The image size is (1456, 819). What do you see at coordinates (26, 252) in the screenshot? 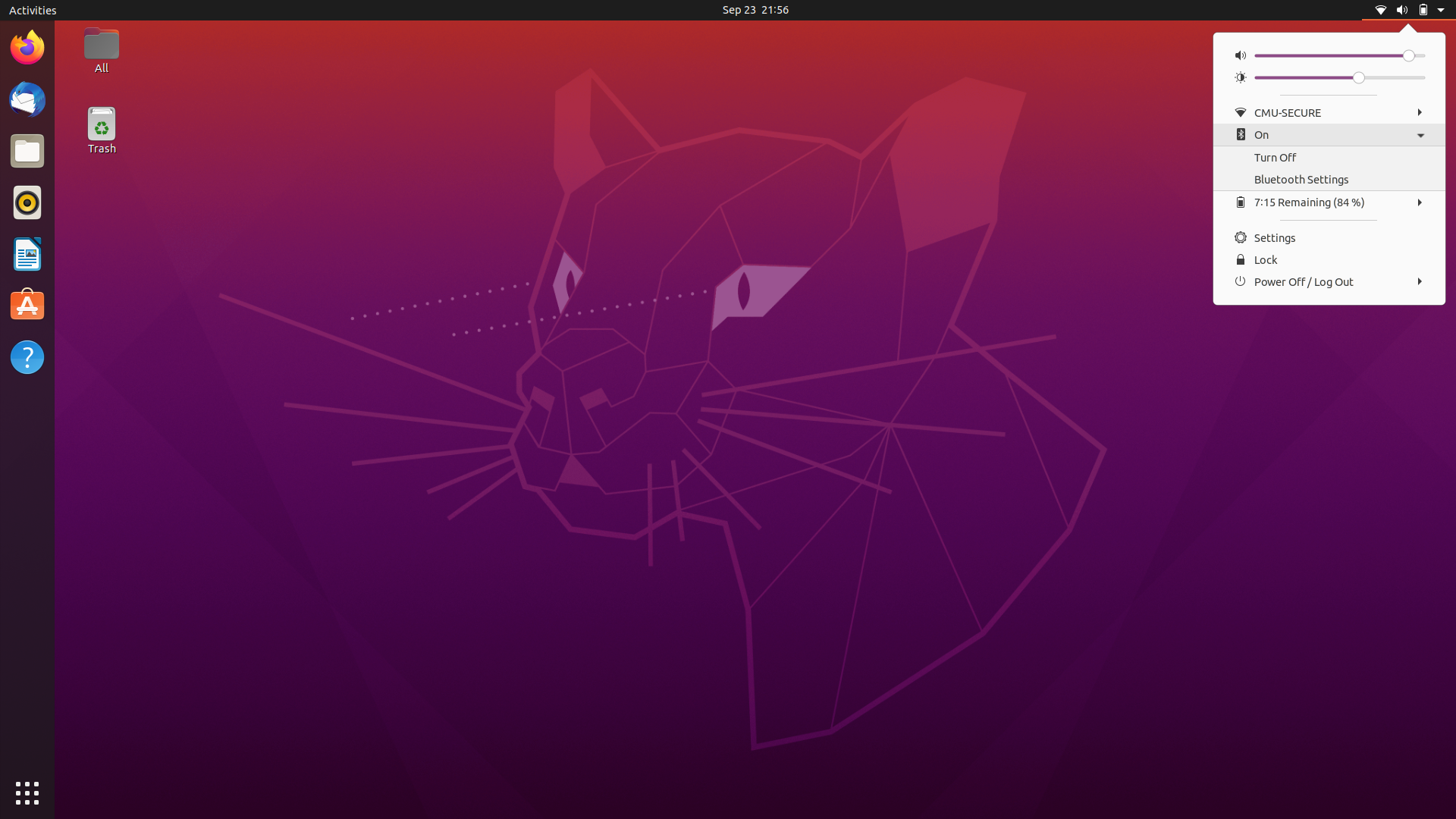
I see `App Store` at bounding box center [26, 252].